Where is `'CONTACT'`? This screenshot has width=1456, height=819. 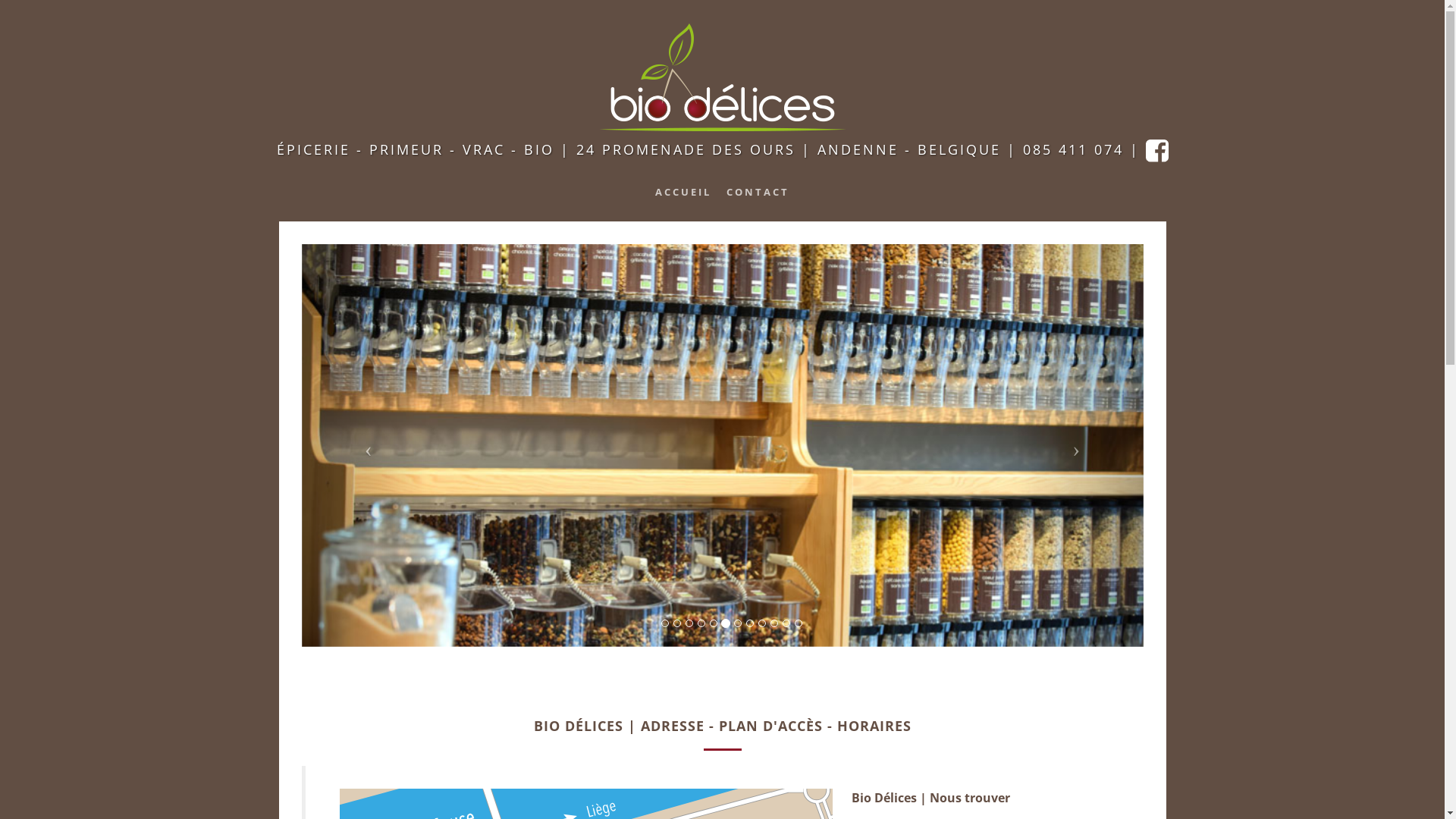
'CONTACT' is located at coordinates (758, 191).